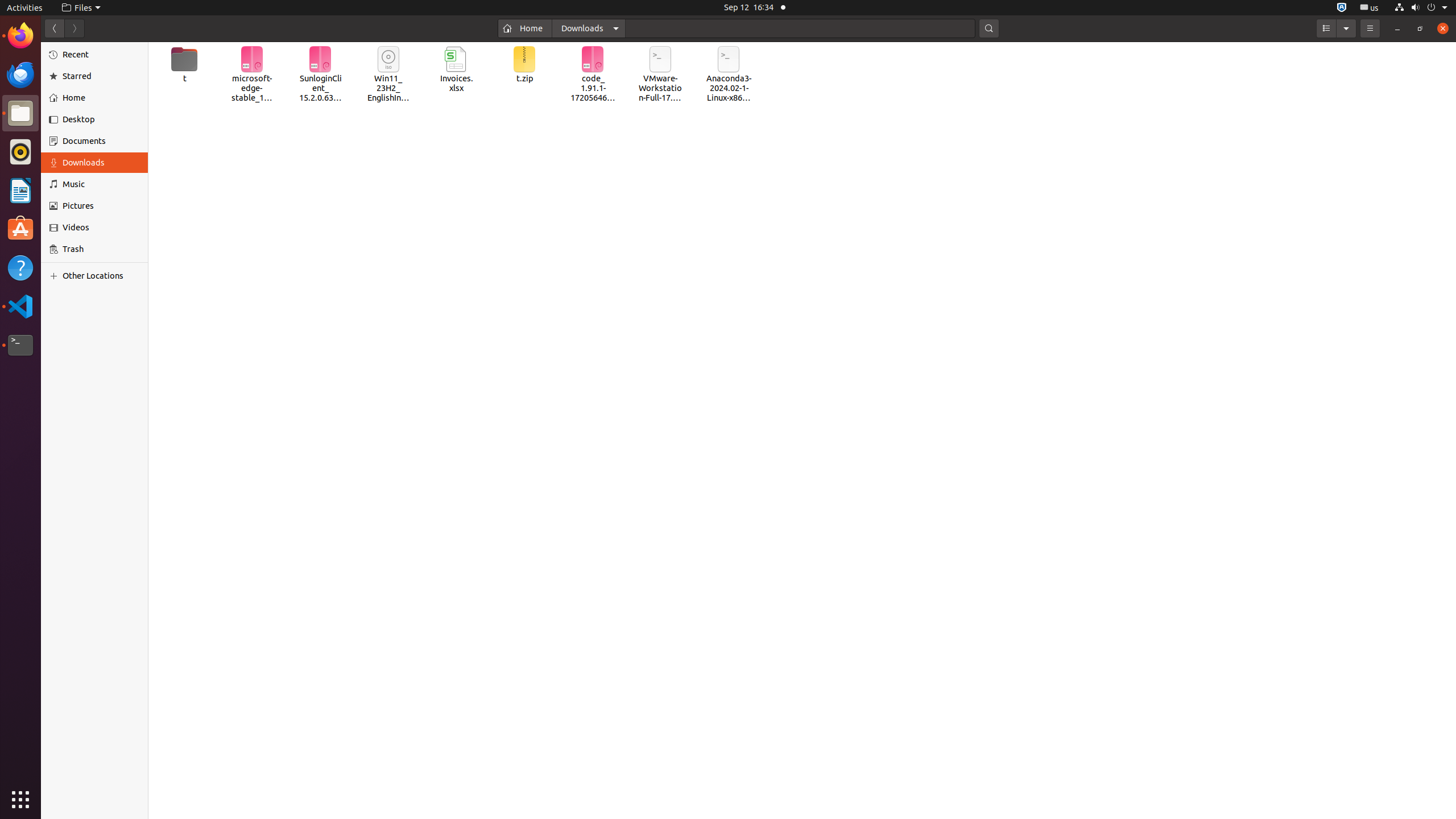 The image size is (1456, 819). Describe the element at coordinates (1397, 28) in the screenshot. I see `'Minimize'` at that location.